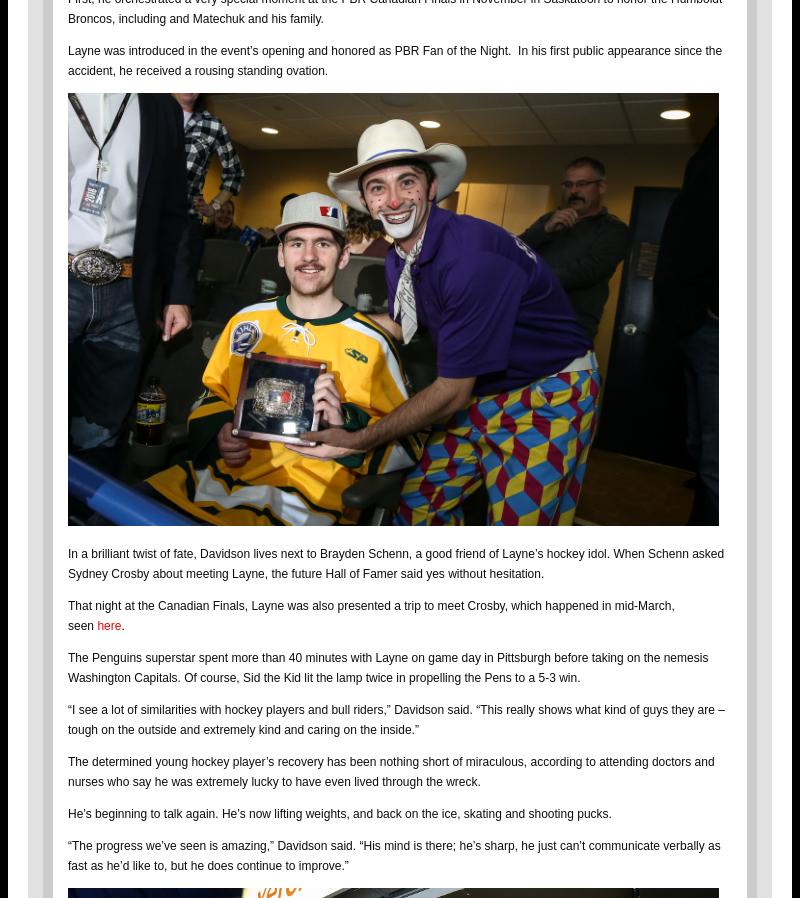 The height and width of the screenshot is (898, 800). I want to click on 'That night at the Canadian Finals, Layne was also presented a trip to meet Crosby, which happened in mid-March, seen', so click(369, 614).